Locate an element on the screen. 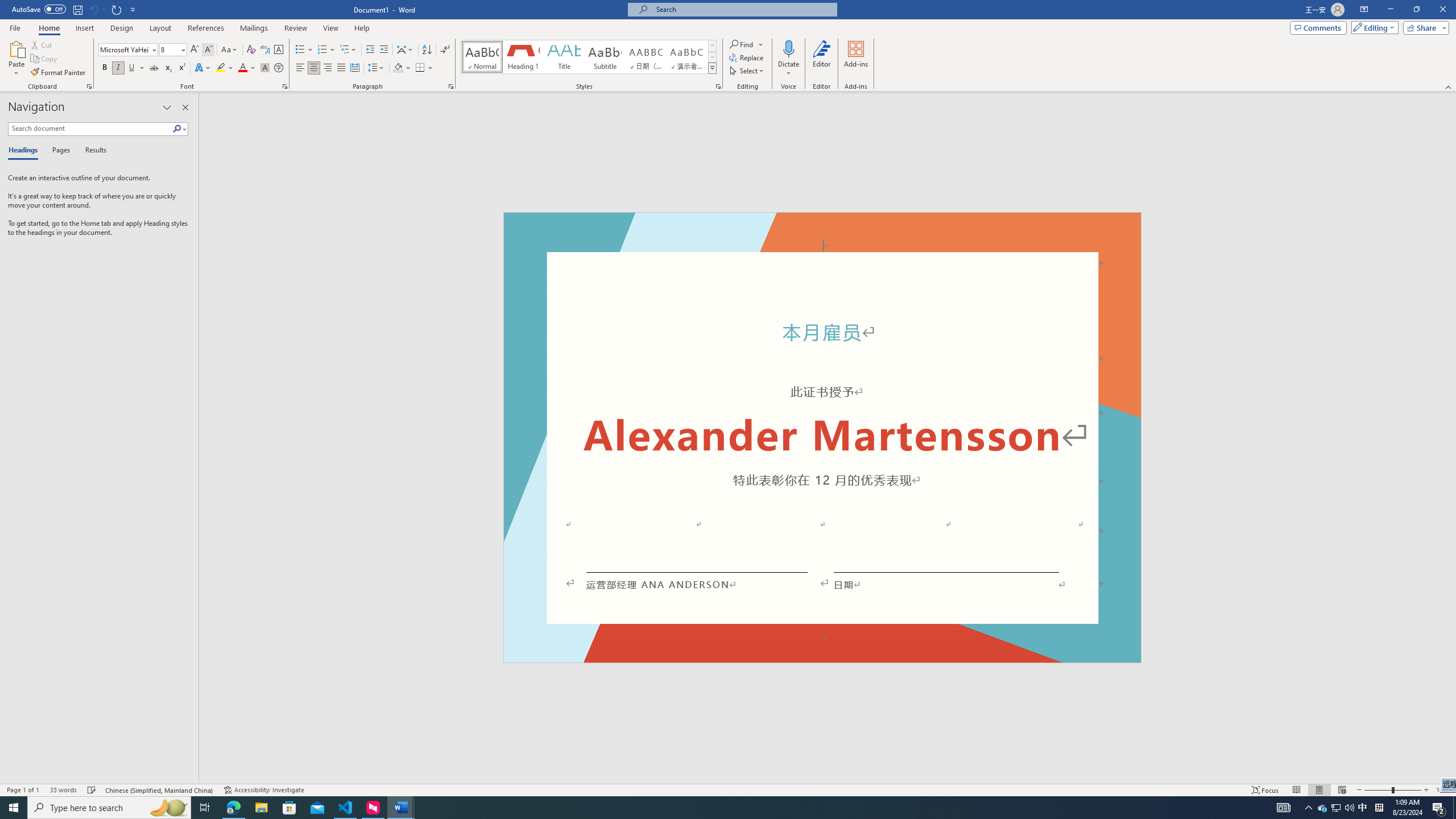 This screenshot has height=819, width=1456. 'Repeat Shrink Font' is located at coordinates (117, 9).